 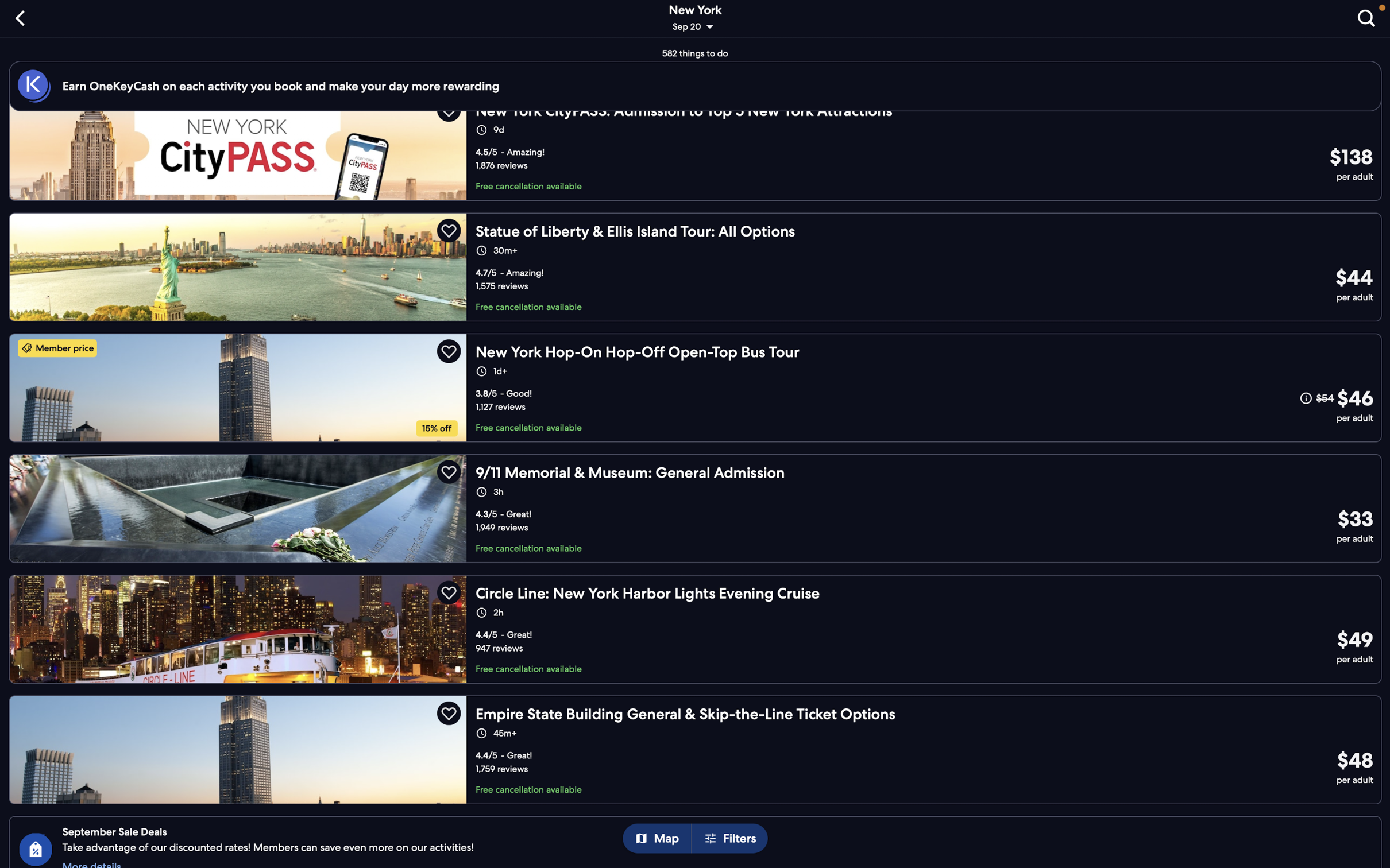 What do you see at coordinates (22, 17) in the screenshot?
I see `Return to the previous screen by clicking the "back" button` at bounding box center [22, 17].